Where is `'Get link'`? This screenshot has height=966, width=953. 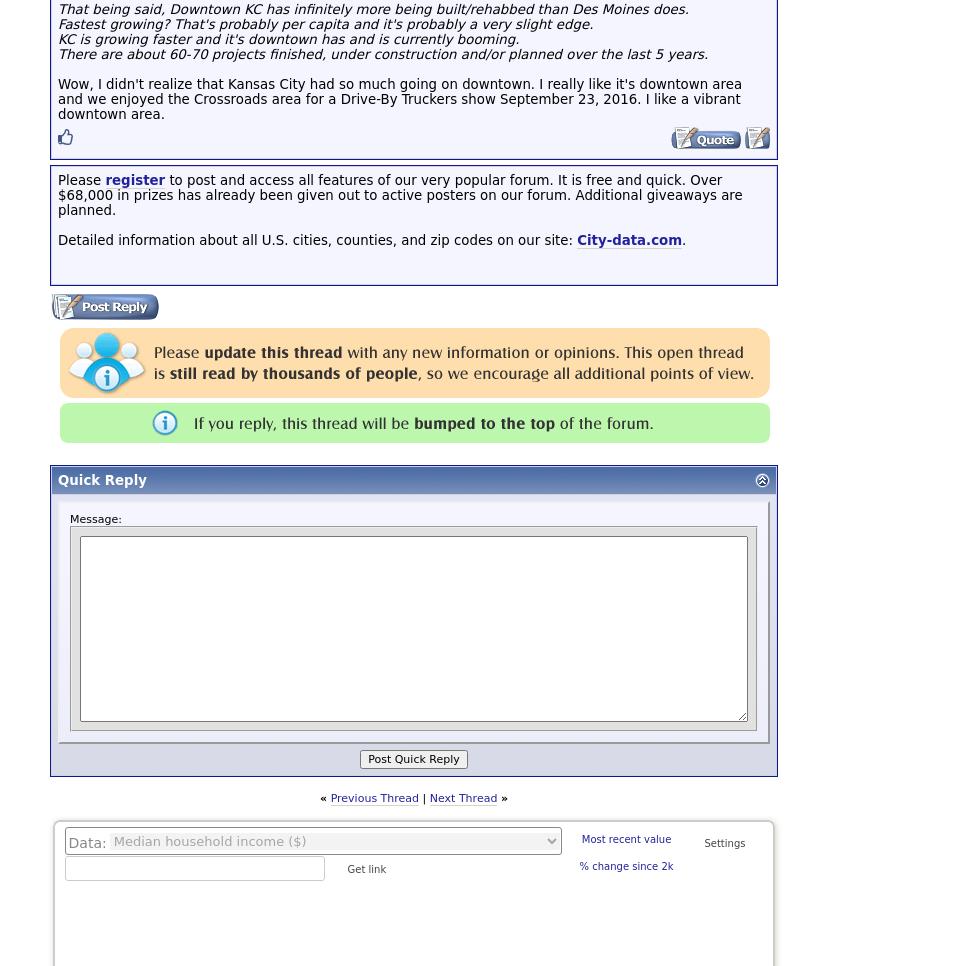
'Get link' is located at coordinates (365, 868).